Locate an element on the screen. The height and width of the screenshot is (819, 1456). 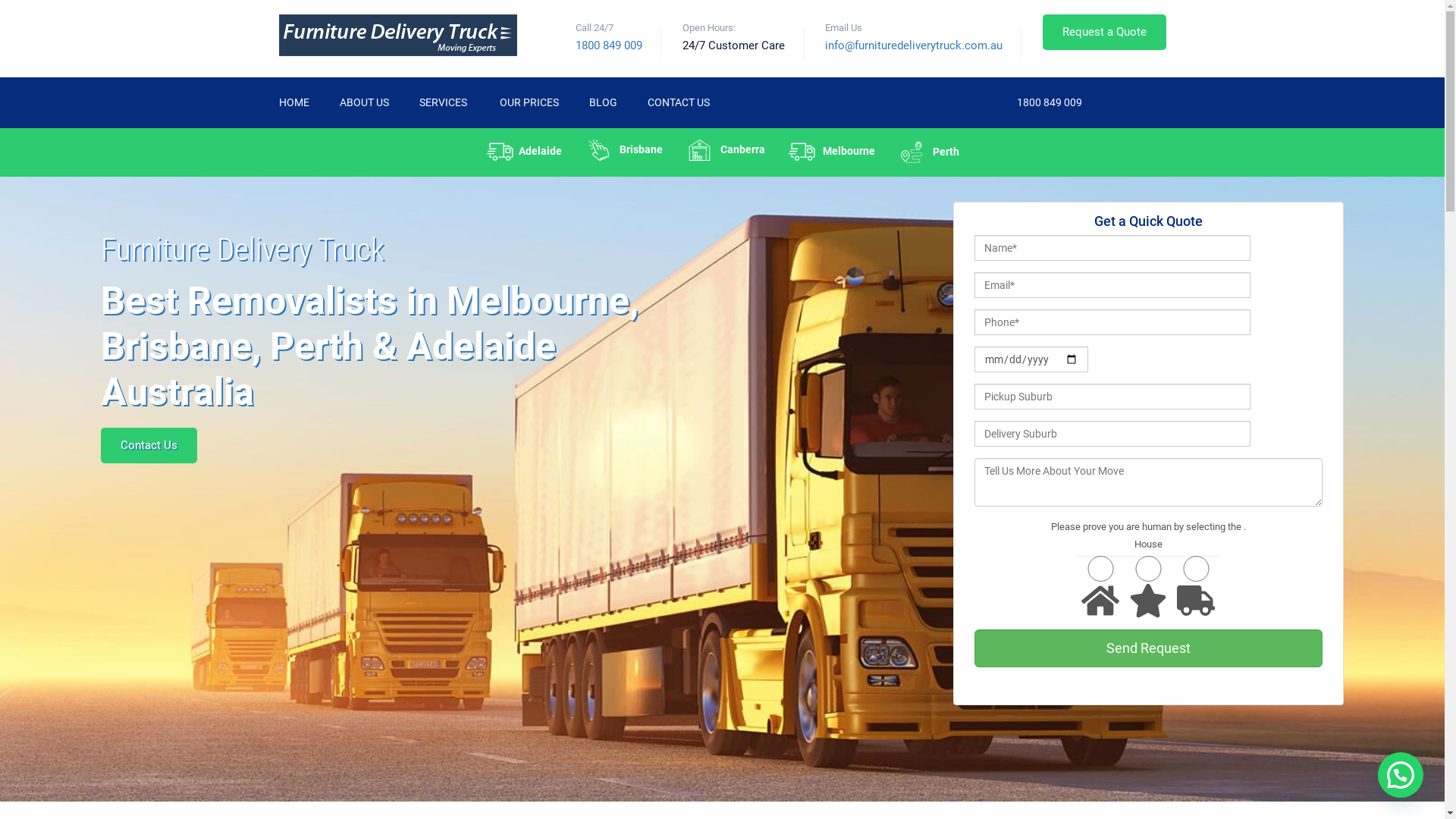
'SERVICES' is located at coordinates (443, 102).